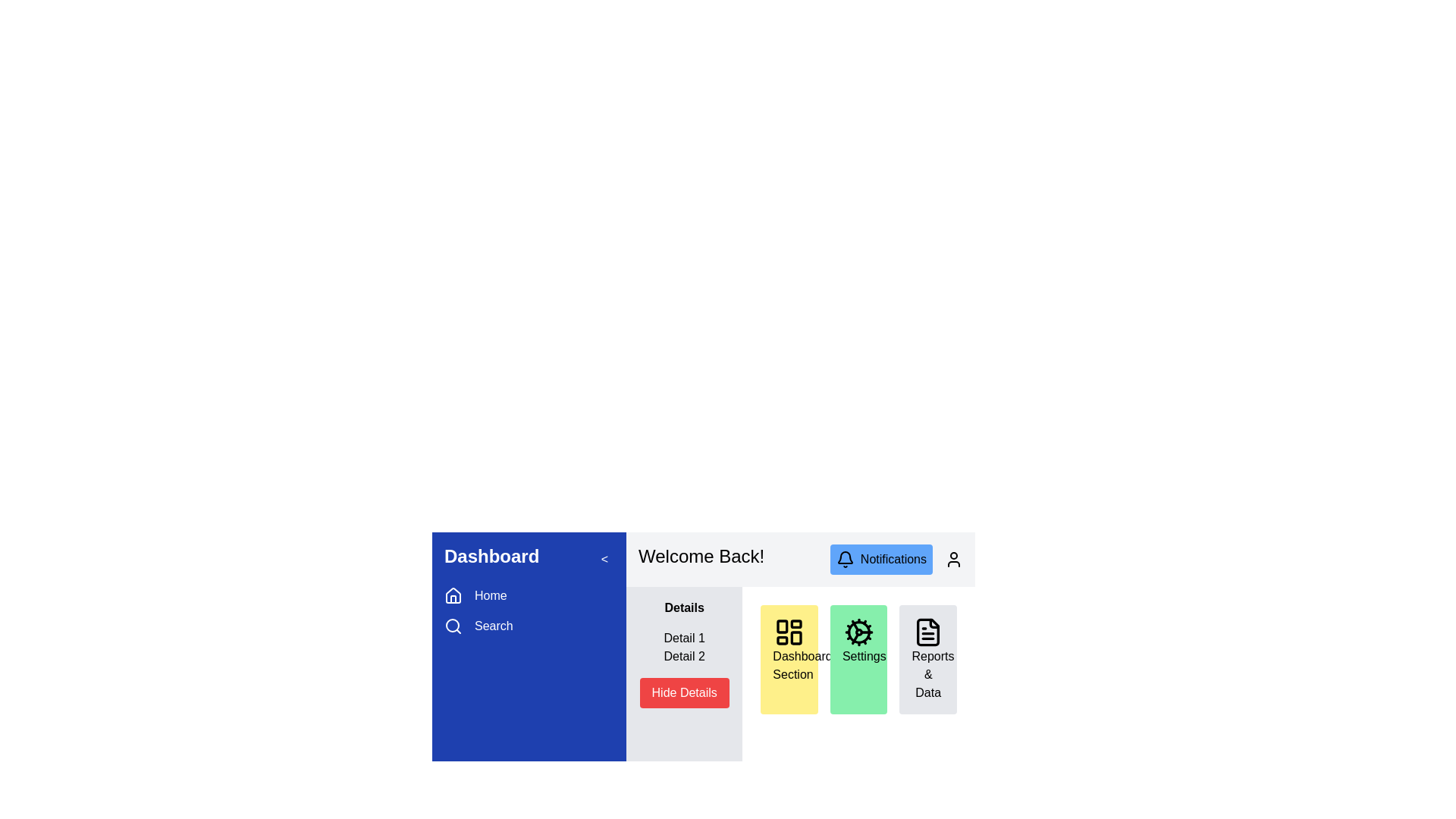 This screenshot has width=1456, height=819. What do you see at coordinates (494, 626) in the screenshot?
I see `the 'Search' text label in the sidebar, which is displayed in white color on a blue background, to potentially reveal additional options` at bounding box center [494, 626].